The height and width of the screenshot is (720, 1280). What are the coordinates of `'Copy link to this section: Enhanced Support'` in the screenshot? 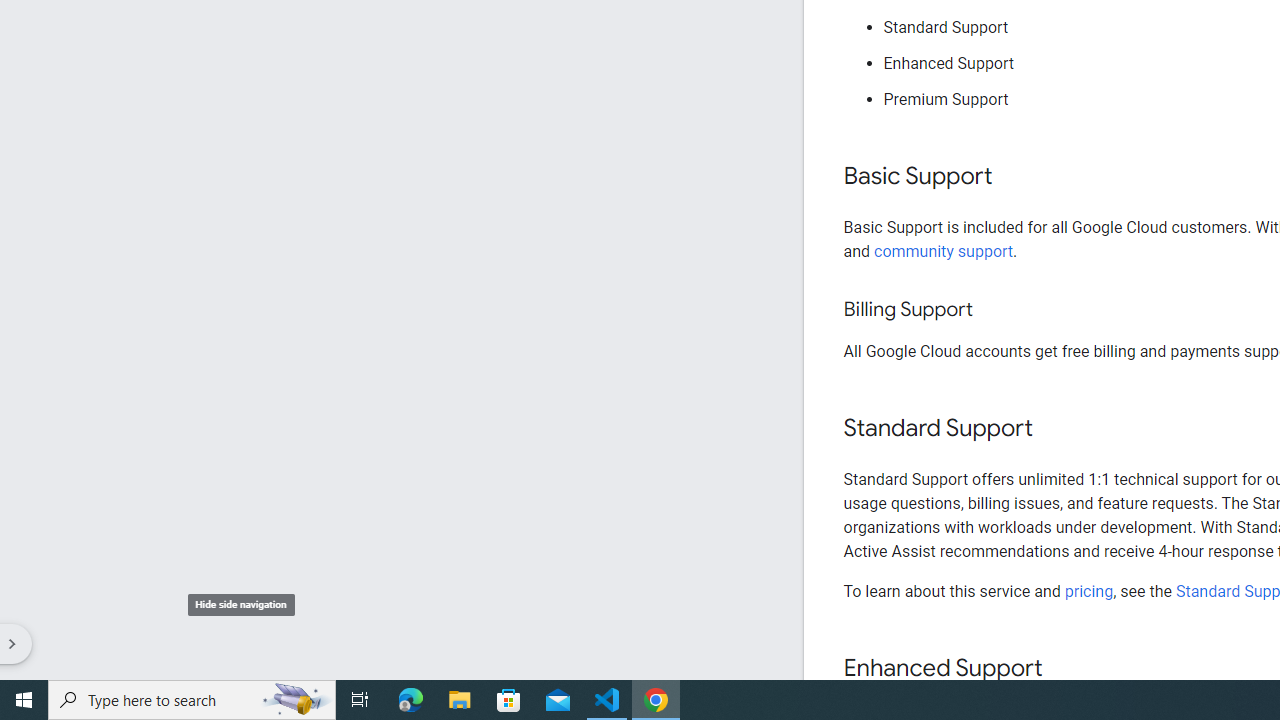 It's located at (1061, 669).